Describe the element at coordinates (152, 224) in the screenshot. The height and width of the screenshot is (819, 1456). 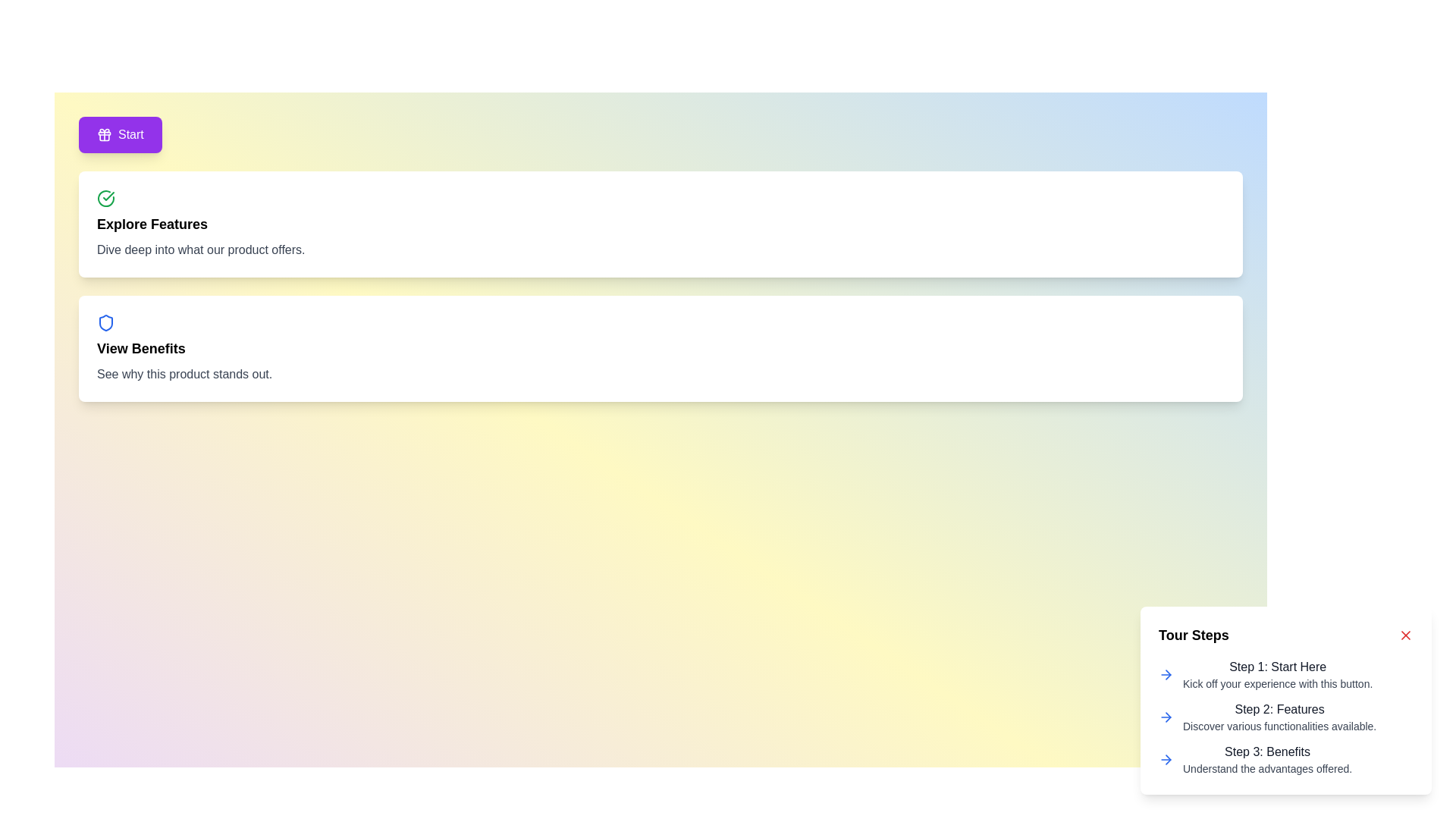
I see `text content of the header label located within the card, which is positioned below a green checkmark icon and above the description text` at that location.